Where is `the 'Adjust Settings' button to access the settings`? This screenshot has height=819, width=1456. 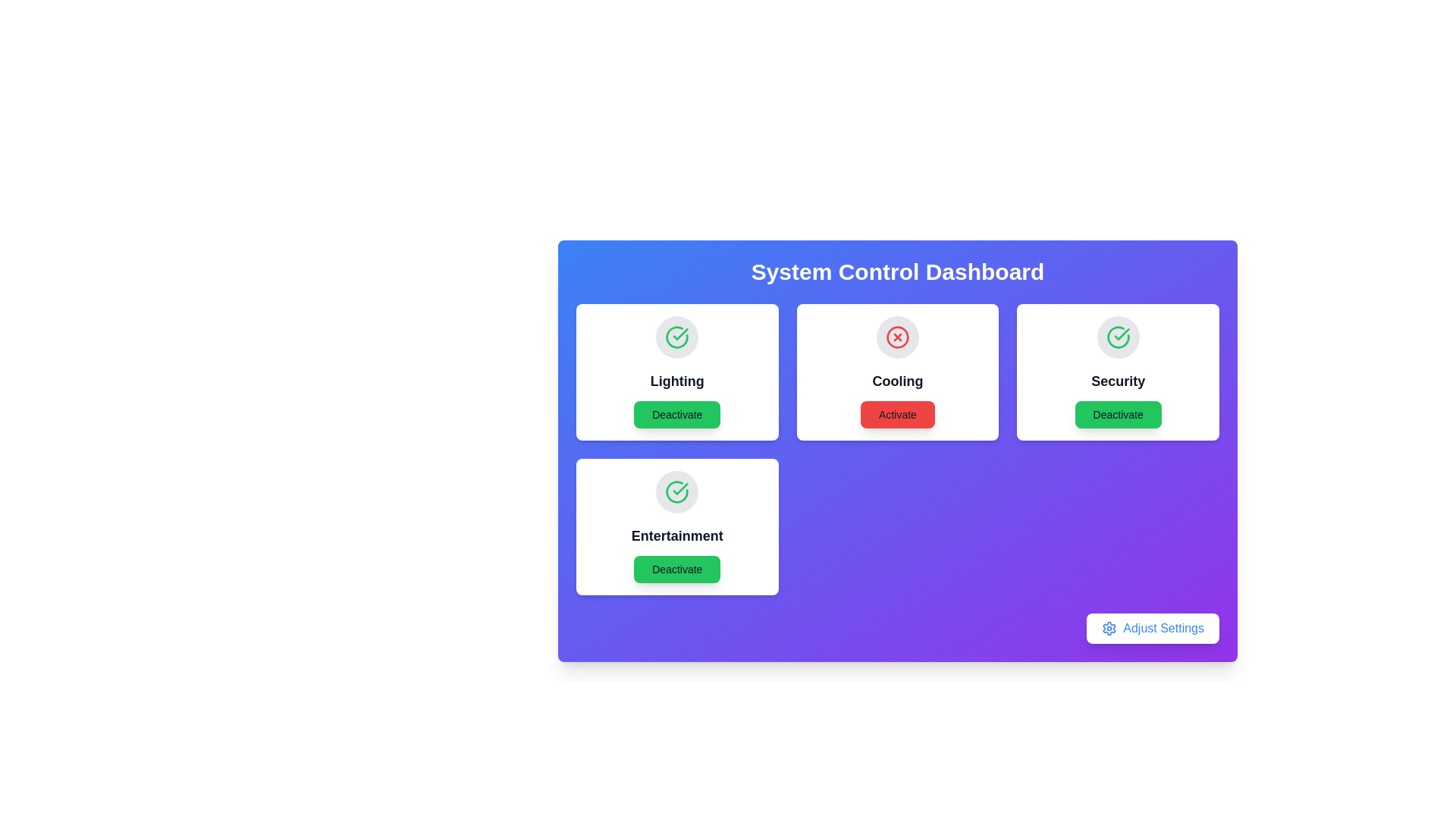 the 'Adjust Settings' button to access the settings is located at coordinates (1153, 629).